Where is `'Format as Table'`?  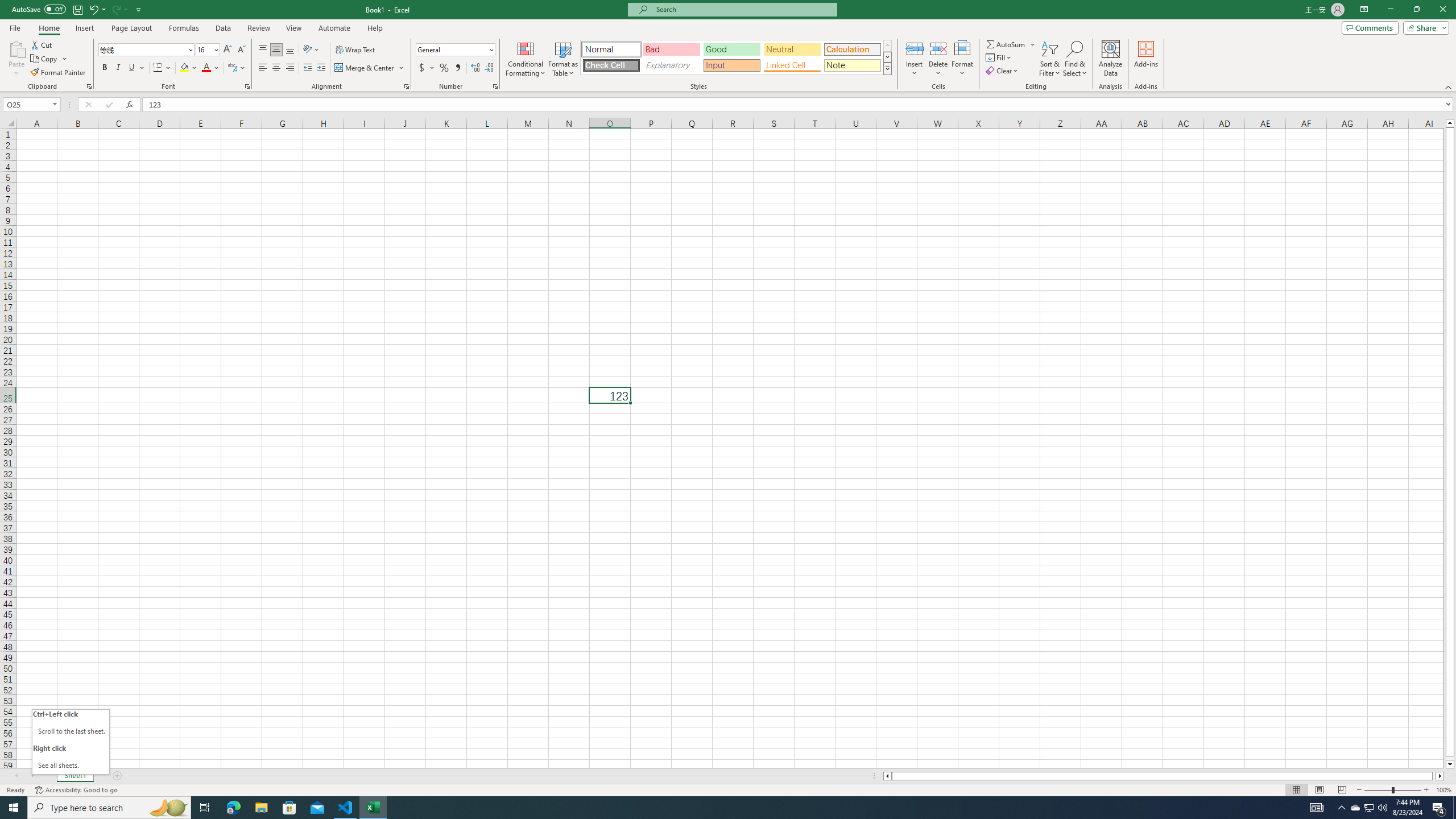 'Format as Table' is located at coordinates (563, 59).